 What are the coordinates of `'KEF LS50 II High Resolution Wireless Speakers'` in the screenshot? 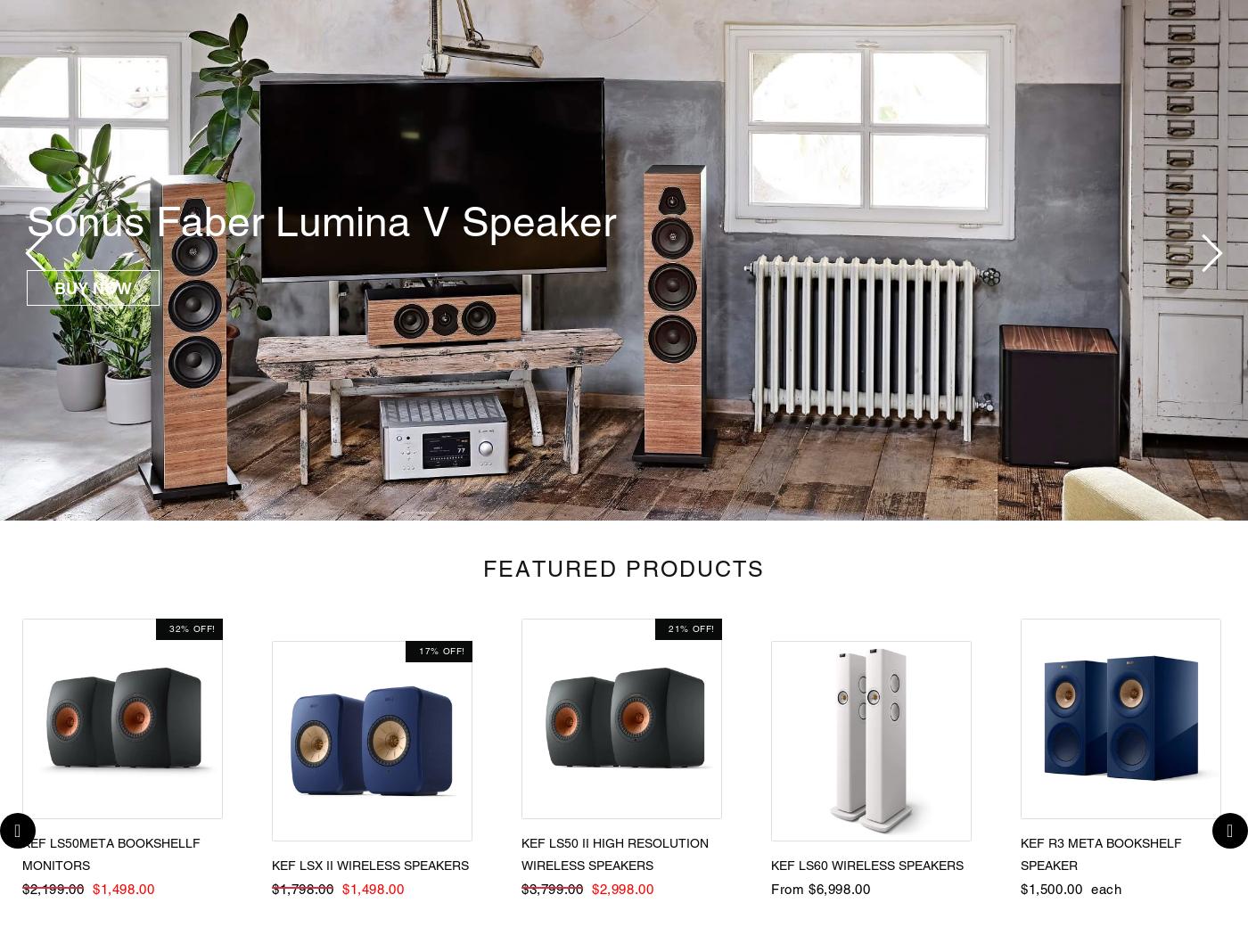 It's located at (615, 854).